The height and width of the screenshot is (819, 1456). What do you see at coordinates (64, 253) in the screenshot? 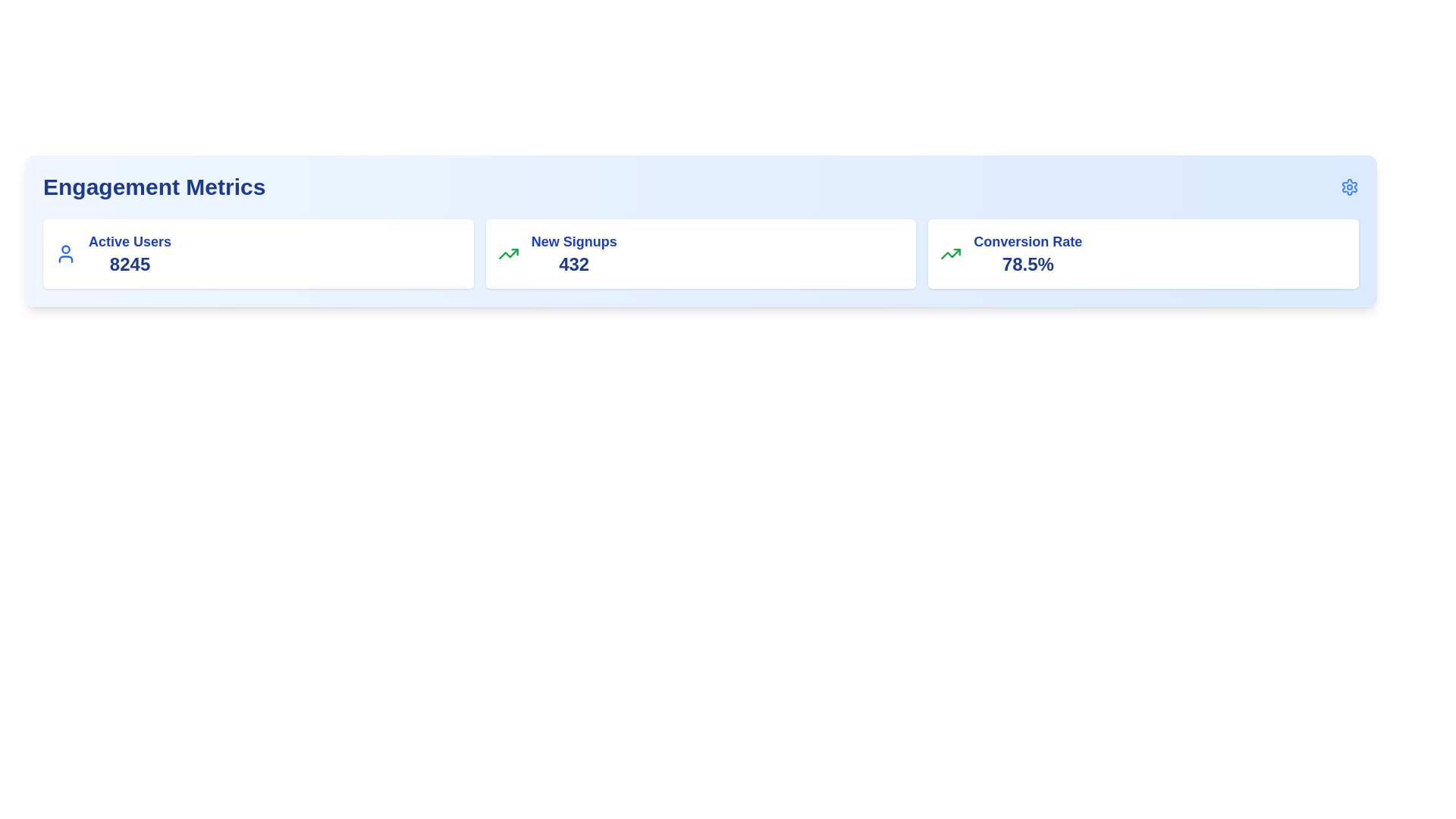
I see `the user silhouette icon, which is depicted in a blue stroke color and located on the leftmost side of the 'Active Users' card, next to the text 'Active Users'` at bounding box center [64, 253].